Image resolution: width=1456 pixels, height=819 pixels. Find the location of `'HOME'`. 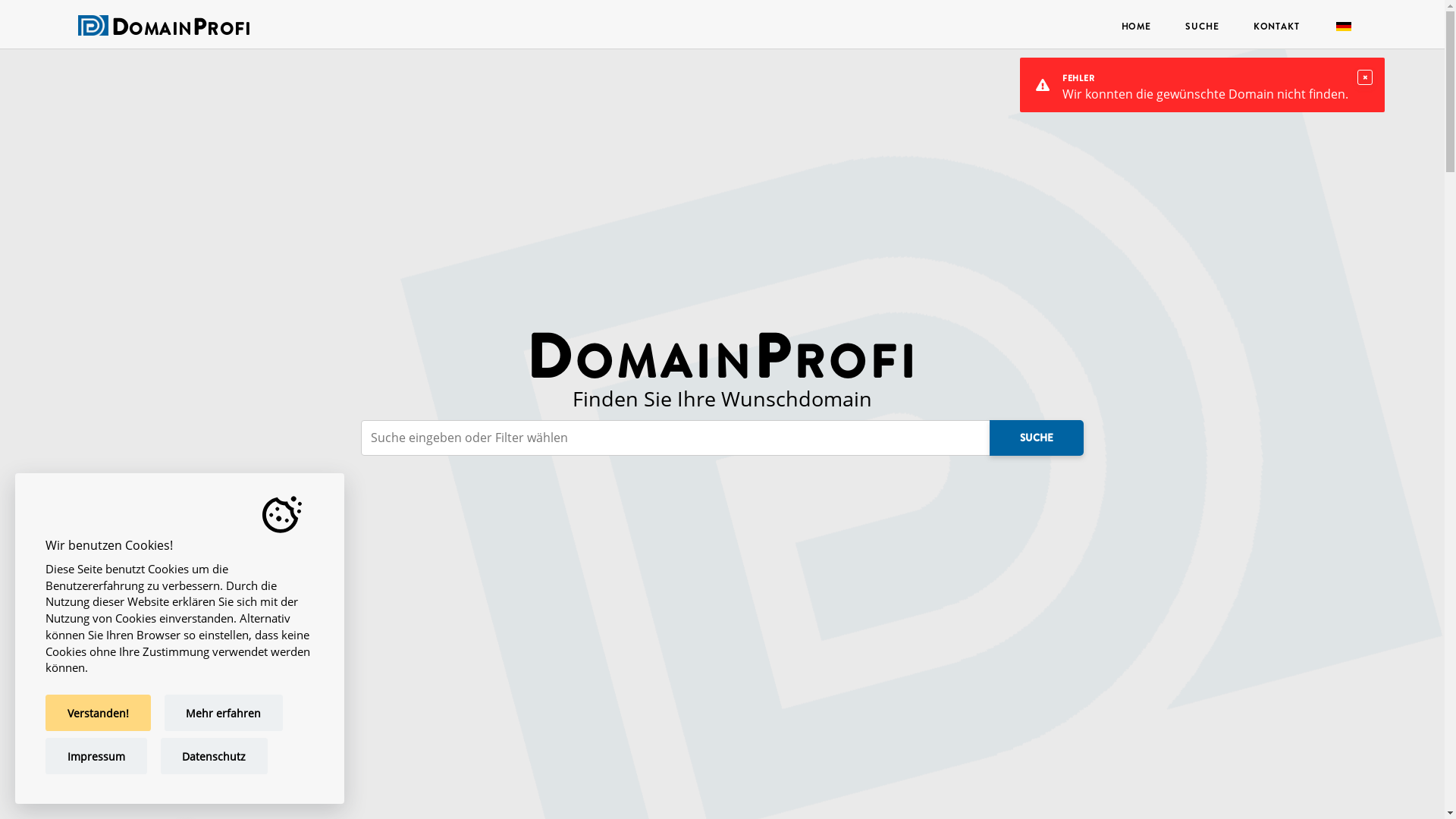

'HOME' is located at coordinates (1103, 26).